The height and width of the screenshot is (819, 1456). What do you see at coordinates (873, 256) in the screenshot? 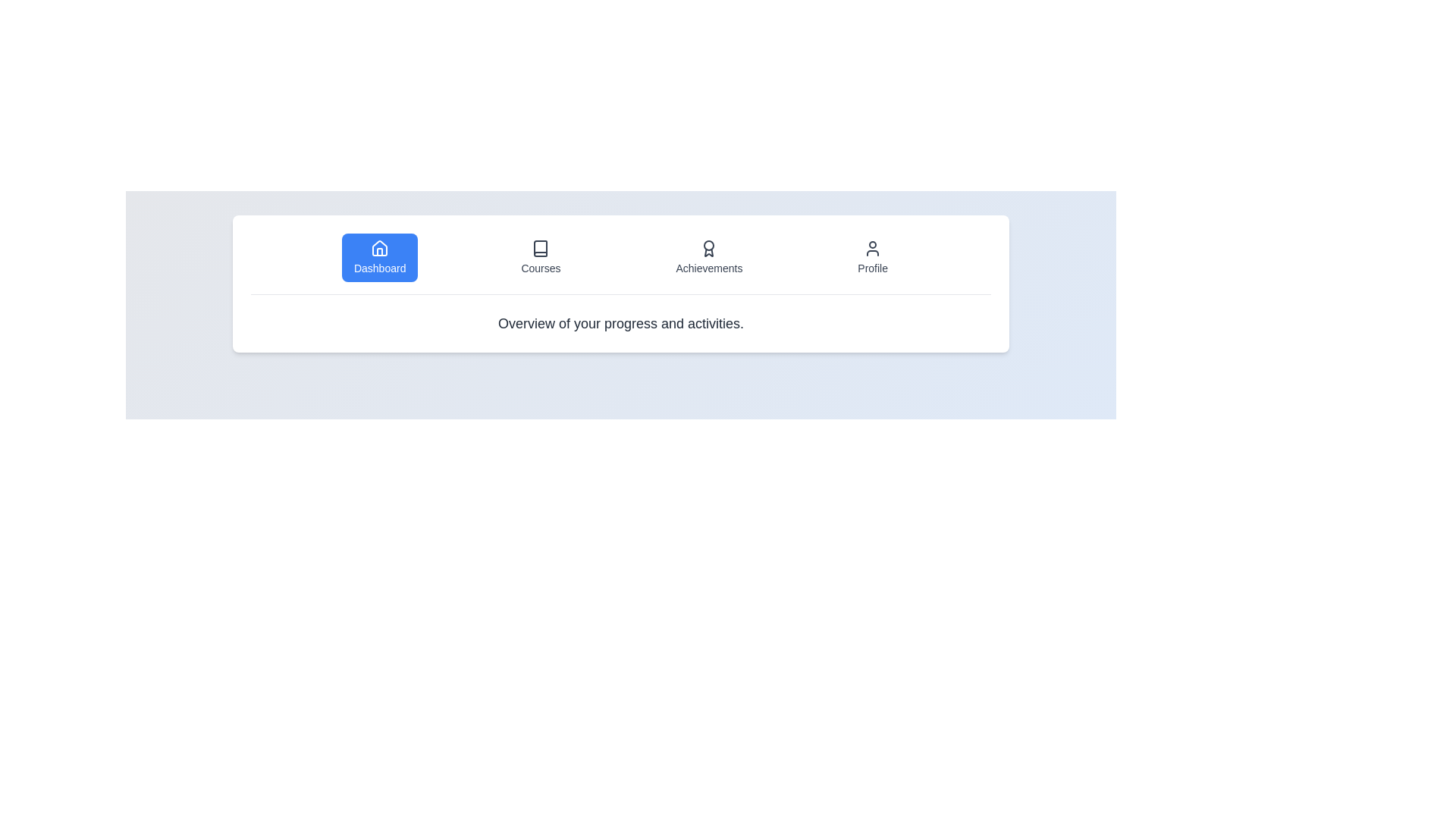
I see `the navigation button located in the horizontal menu bar at the bottom of the row` at bounding box center [873, 256].